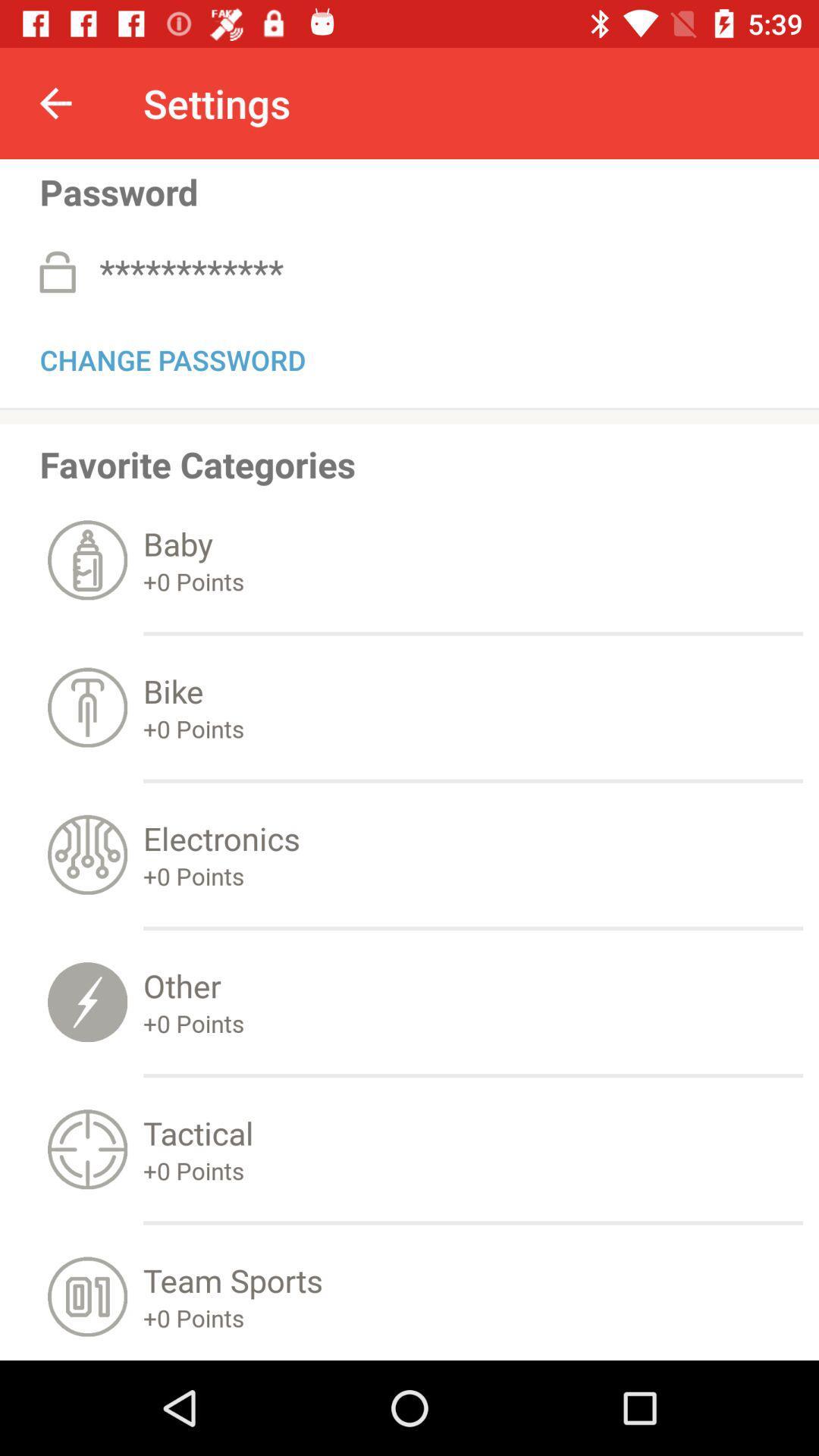  I want to click on the item above password item, so click(55, 102).